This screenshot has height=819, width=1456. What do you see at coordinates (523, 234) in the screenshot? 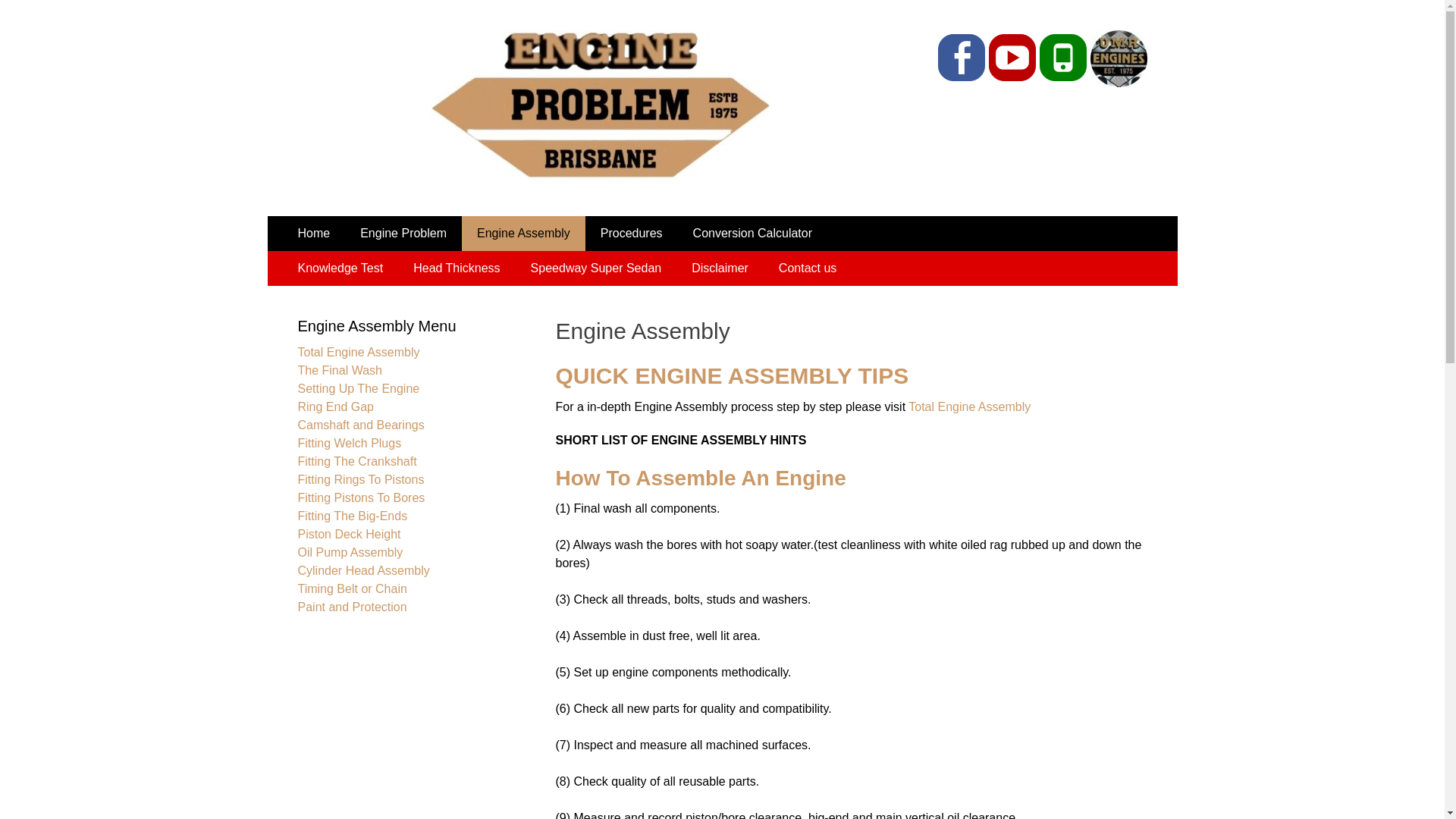
I see `'Engine Assembly'` at bounding box center [523, 234].